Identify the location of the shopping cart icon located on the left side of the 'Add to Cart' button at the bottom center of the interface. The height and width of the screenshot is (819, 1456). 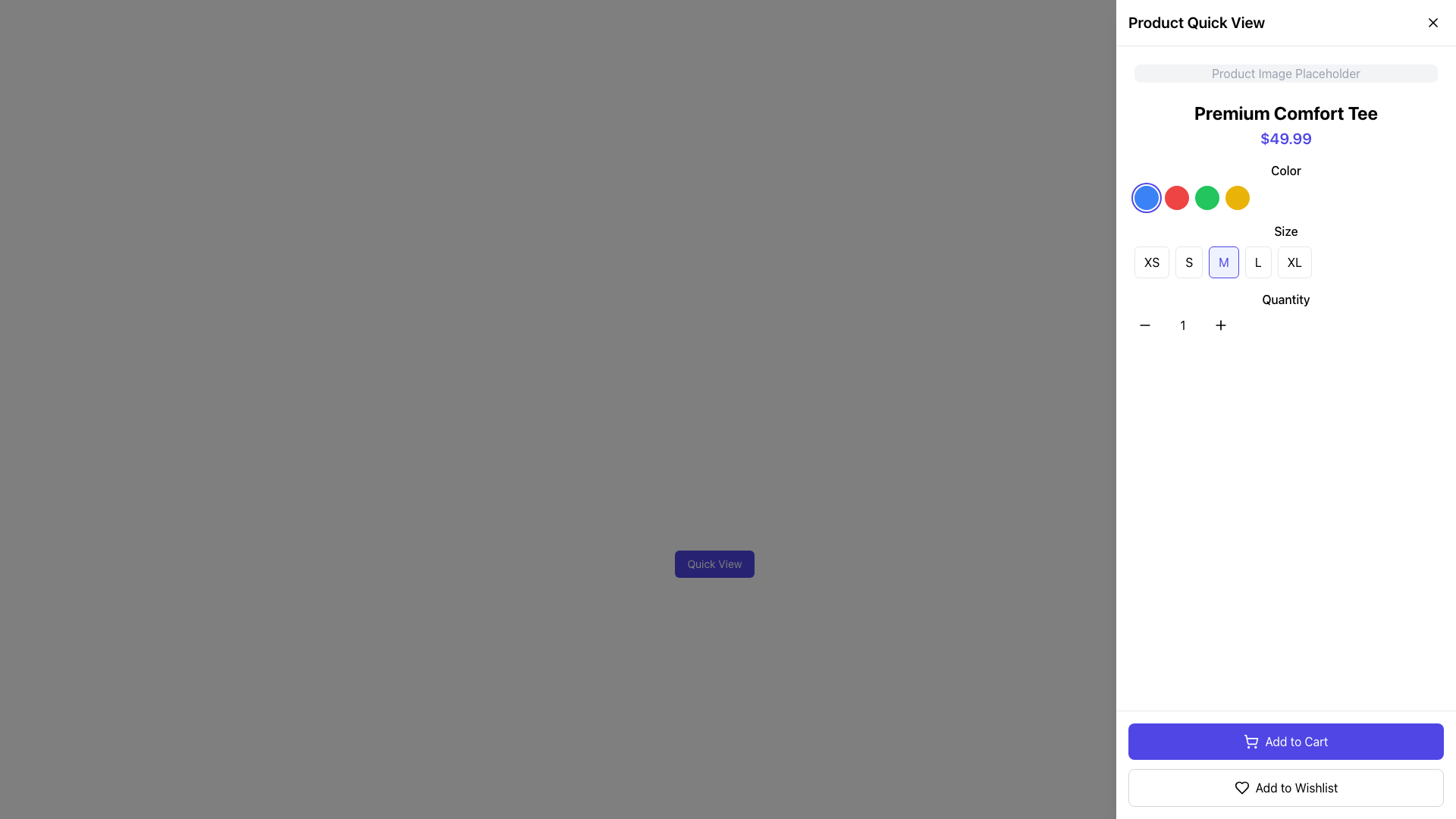
(1251, 741).